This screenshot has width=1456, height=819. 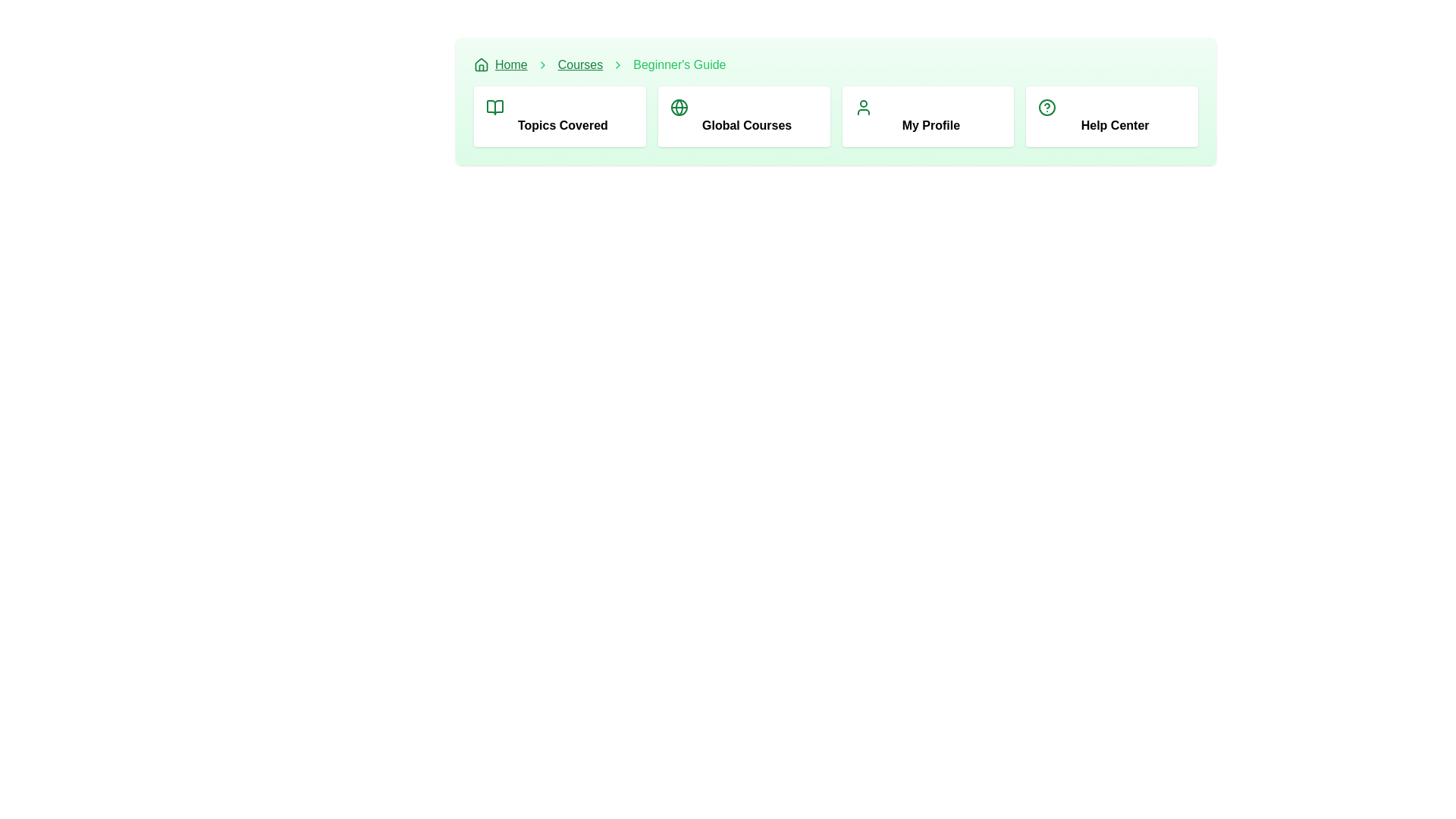 What do you see at coordinates (1112, 116) in the screenshot?
I see `the Informational card at the far right of the grid` at bounding box center [1112, 116].